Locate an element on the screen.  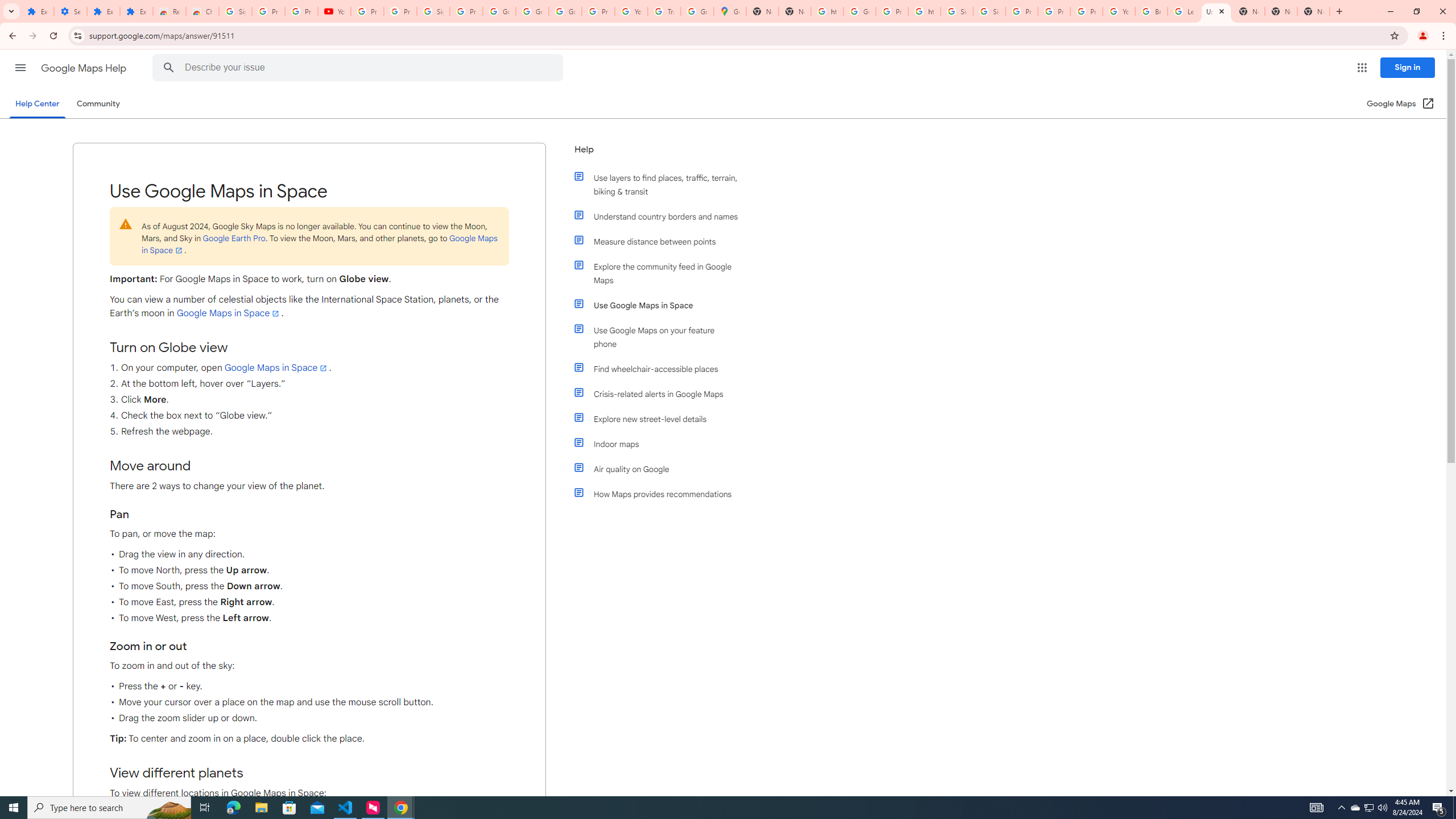
'Use Google Maps in Space - Google Maps Help' is located at coordinates (1215, 11).